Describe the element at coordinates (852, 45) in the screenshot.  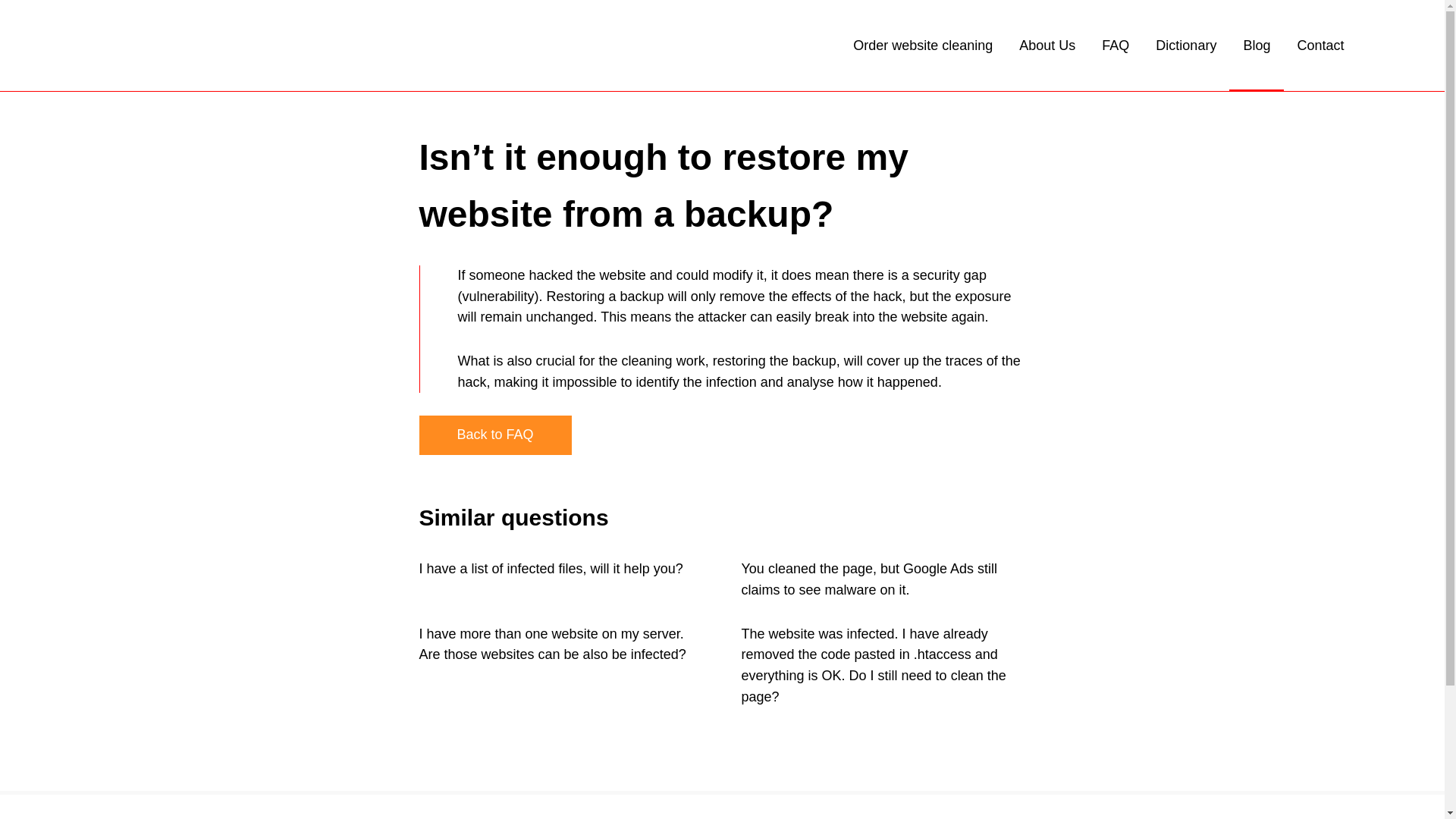
I see `'Order website cleaning'` at that location.